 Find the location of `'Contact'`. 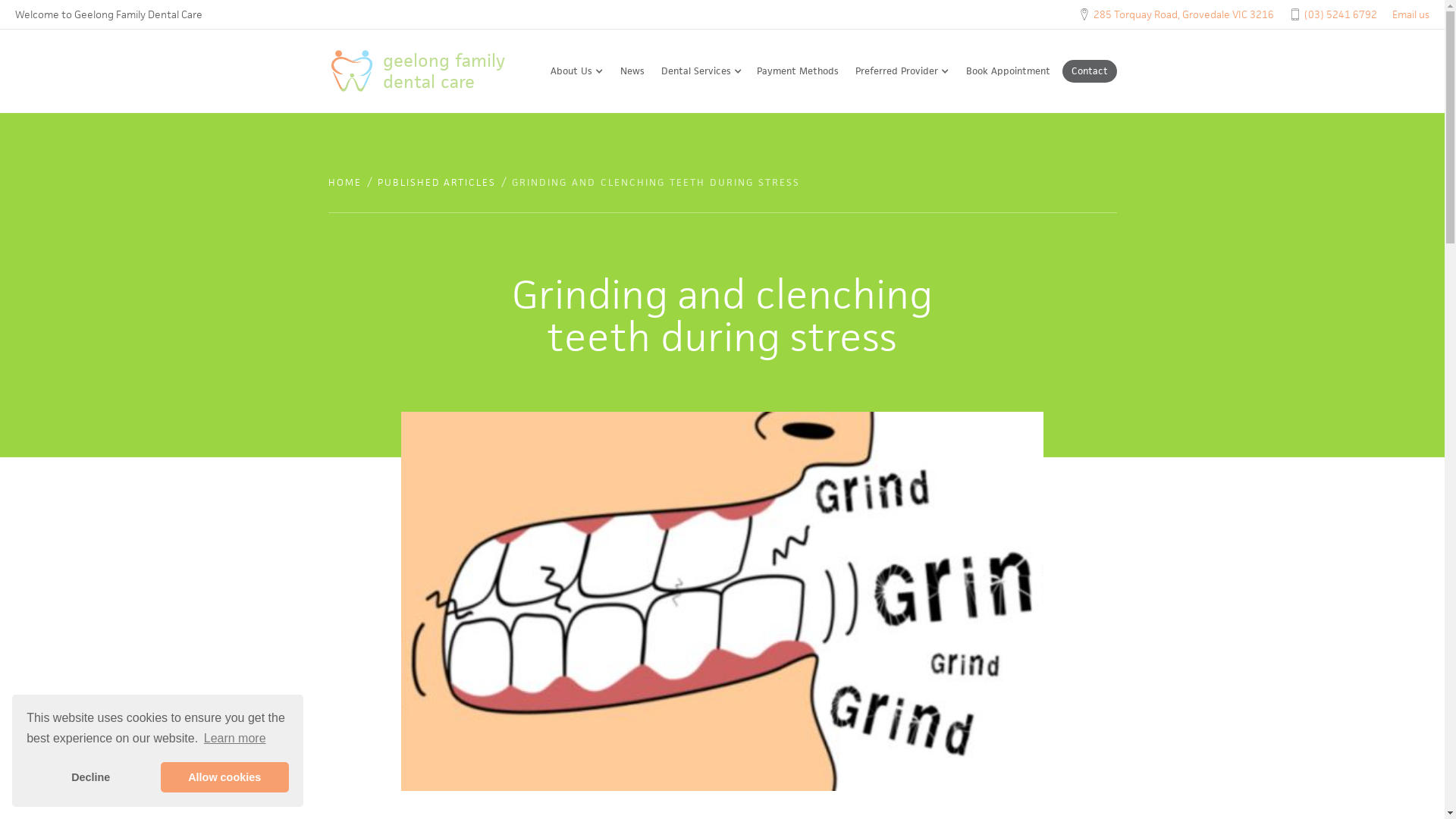

'Contact' is located at coordinates (1087, 71).